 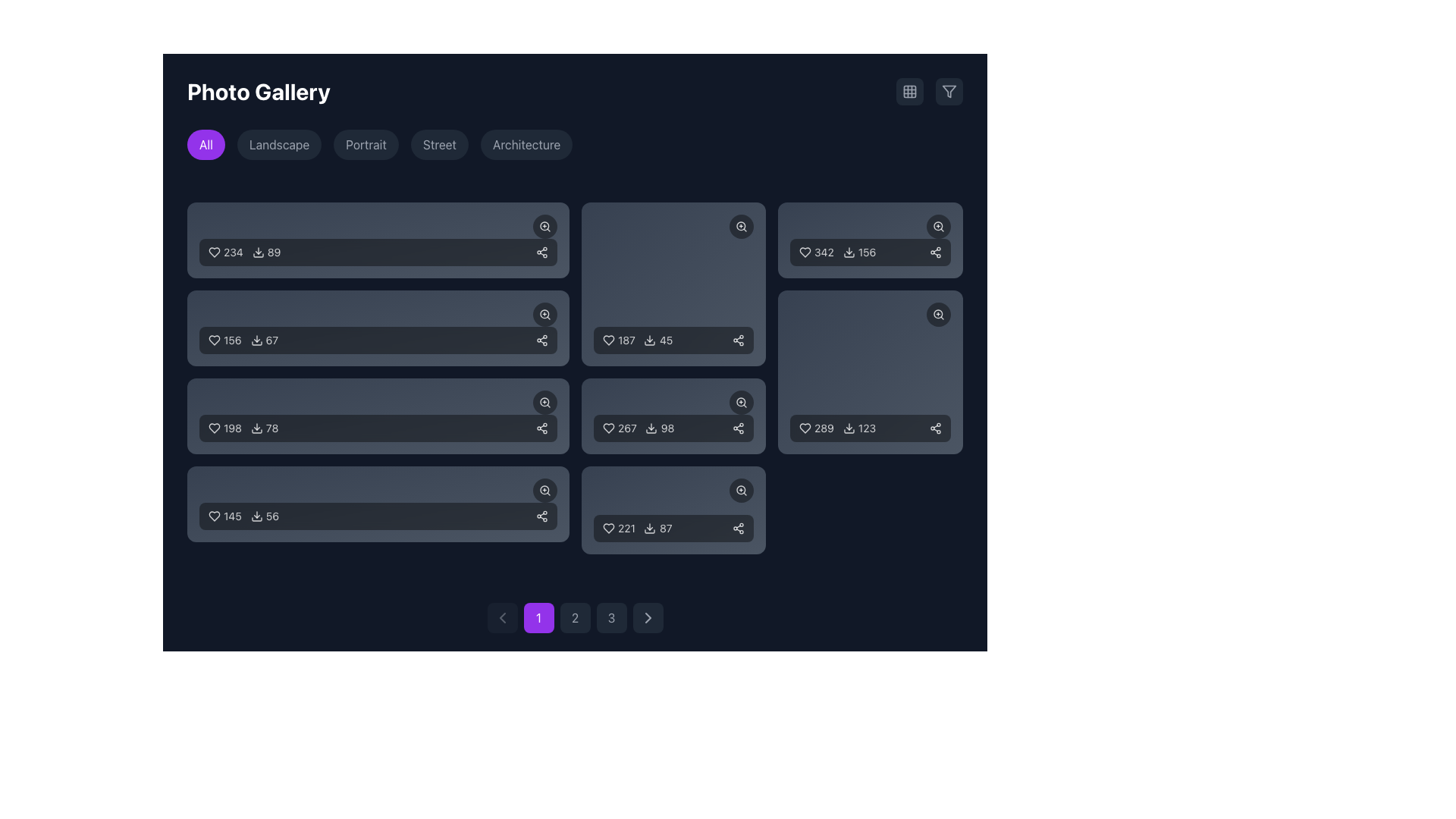 I want to click on the static text label displaying the numerical count of likes or favorites, located in the right column of the grid layout, adjacent to a heart icon, so click(x=824, y=251).